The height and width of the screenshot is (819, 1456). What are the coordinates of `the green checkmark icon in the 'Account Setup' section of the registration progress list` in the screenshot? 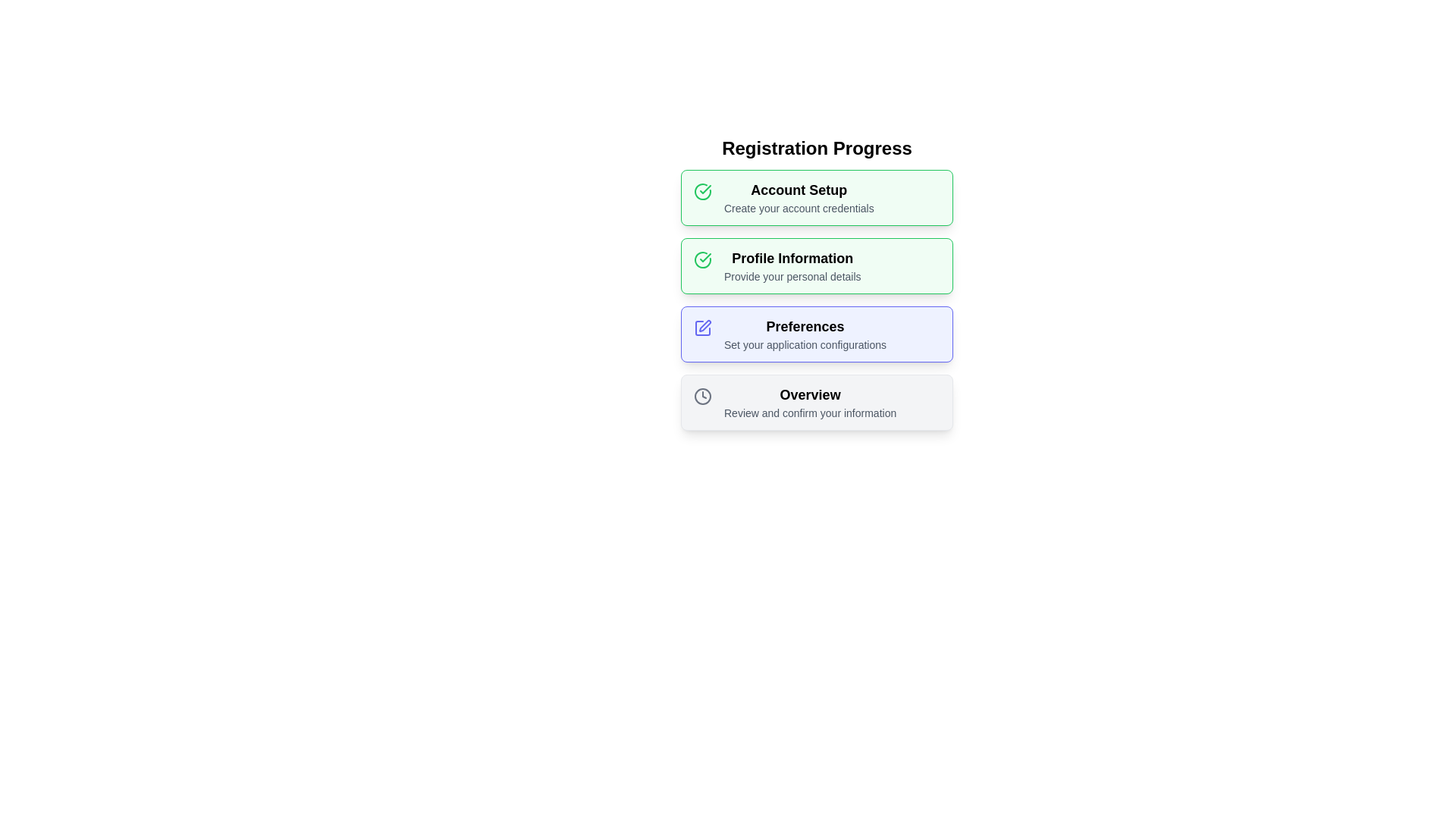 It's located at (704, 256).